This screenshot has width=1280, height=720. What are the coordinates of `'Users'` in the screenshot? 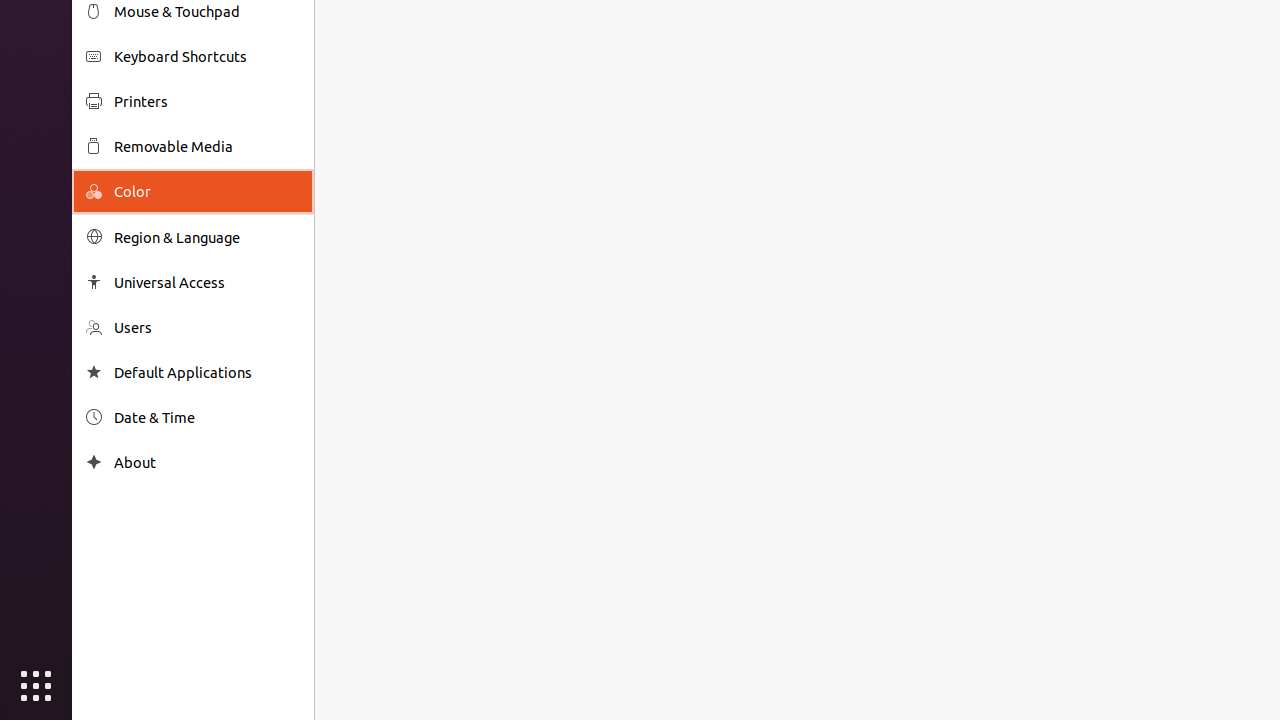 It's located at (206, 326).